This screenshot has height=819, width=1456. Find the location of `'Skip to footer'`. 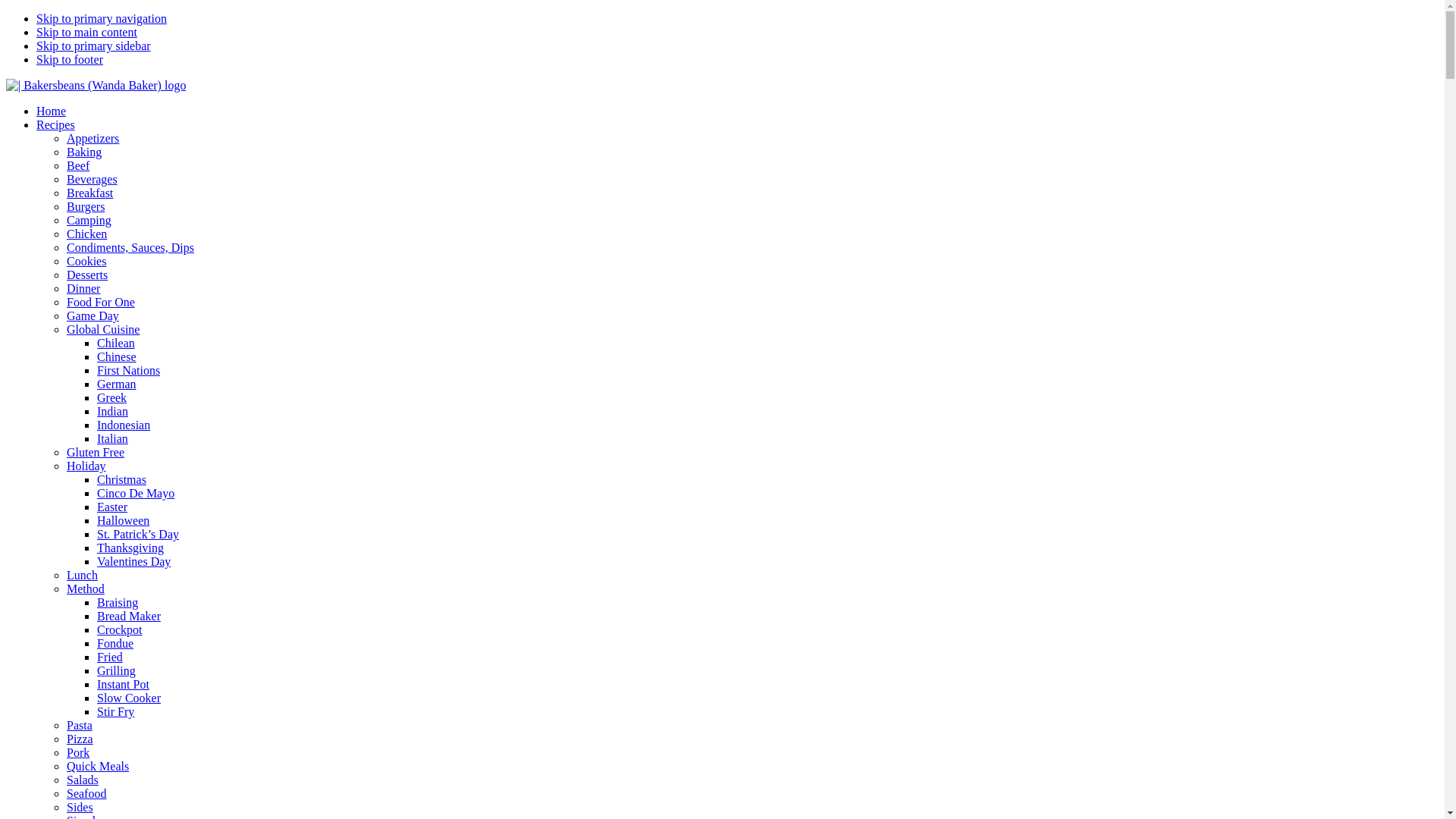

'Skip to footer' is located at coordinates (36, 58).